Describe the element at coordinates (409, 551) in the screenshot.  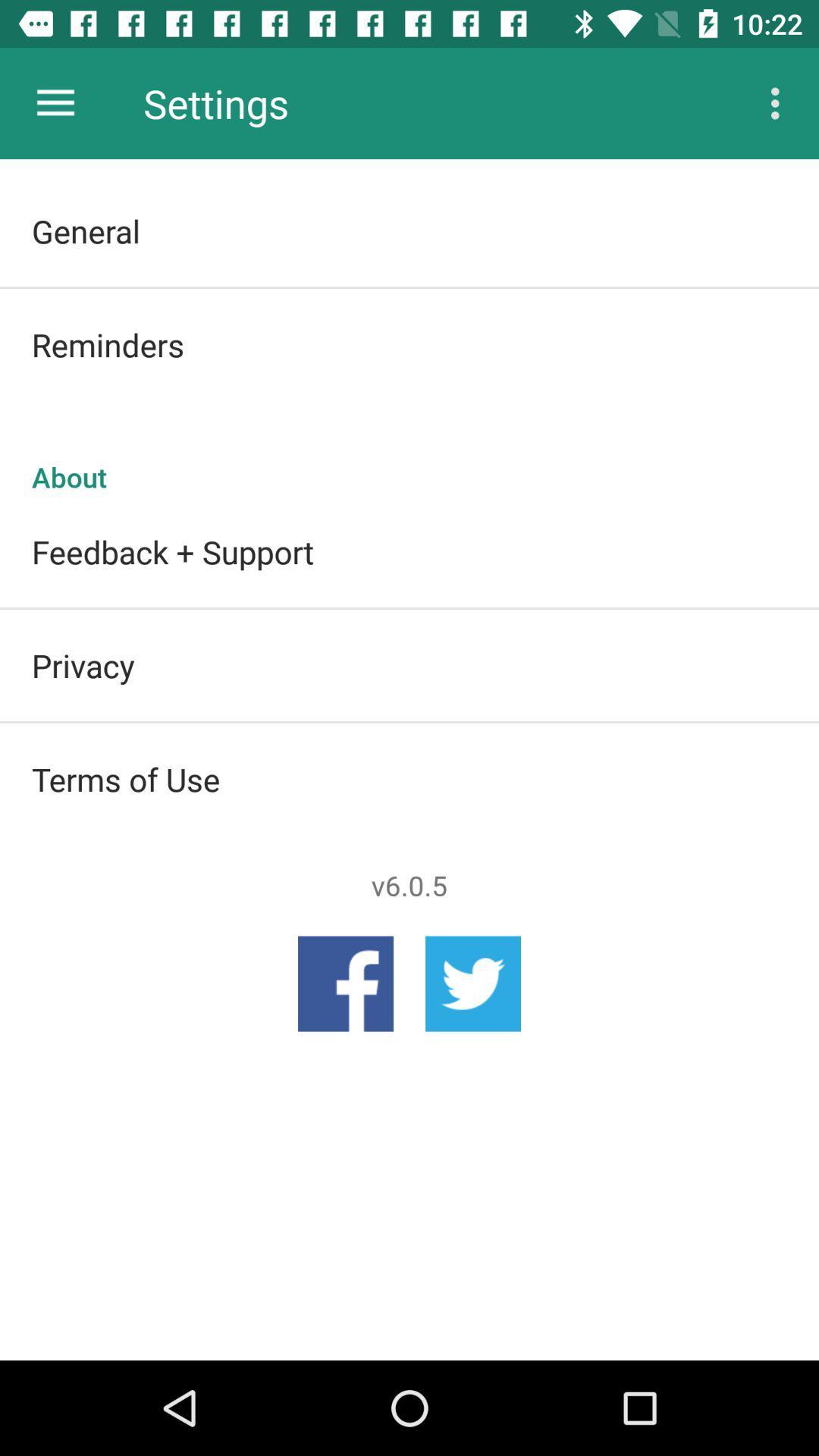
I see `feedback + support item` at that location.